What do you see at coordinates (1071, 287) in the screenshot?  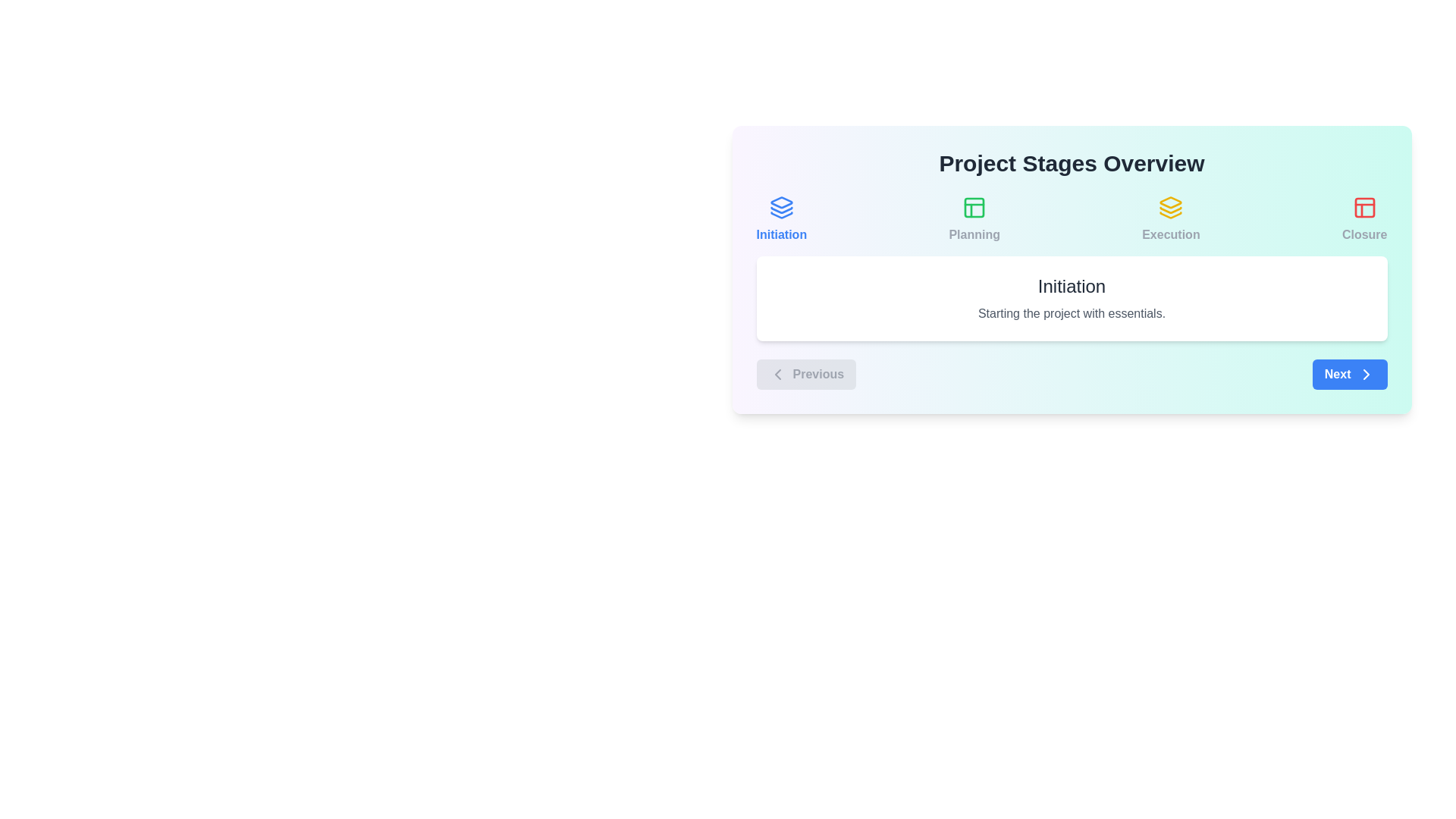 I see `text label that displays the word 'Initiation' in a large, bold font within a white box with rounded corners and a shadow effect` at bounding box center [1071, 287].